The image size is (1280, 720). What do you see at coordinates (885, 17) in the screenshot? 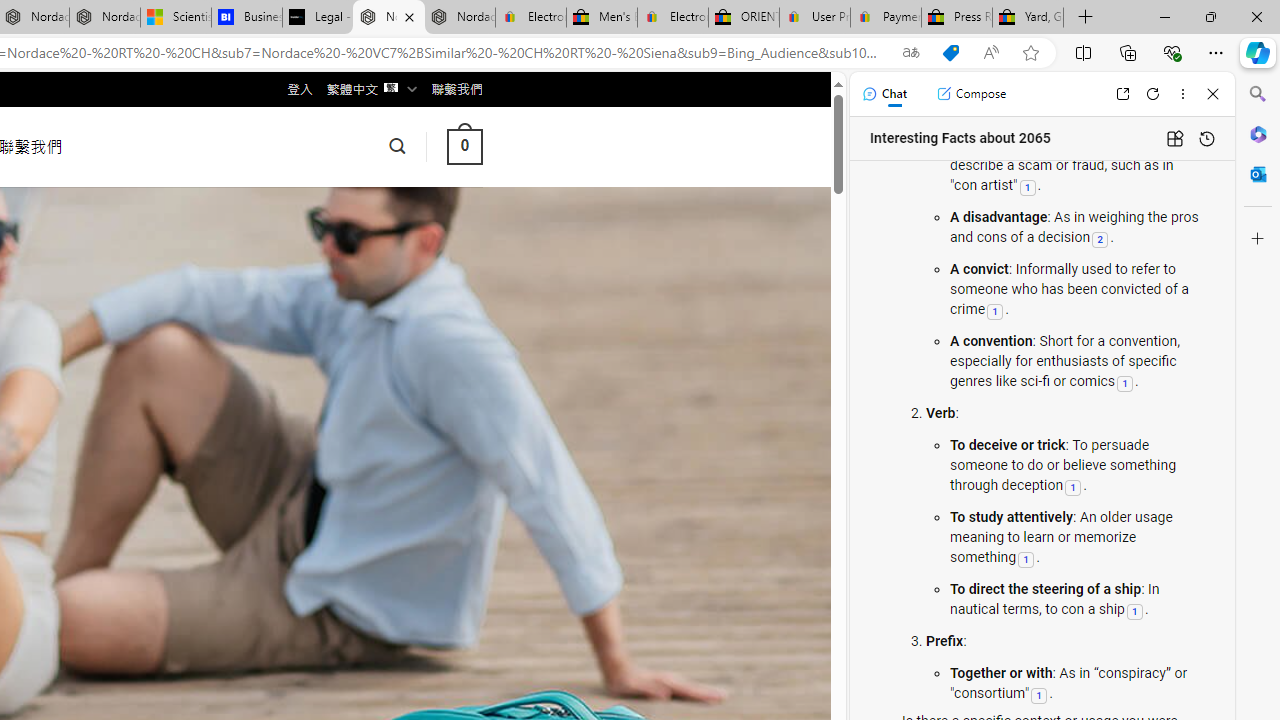
I see `'Payments Terms of Use | eBay.com'` at bounding box center [885, 17].